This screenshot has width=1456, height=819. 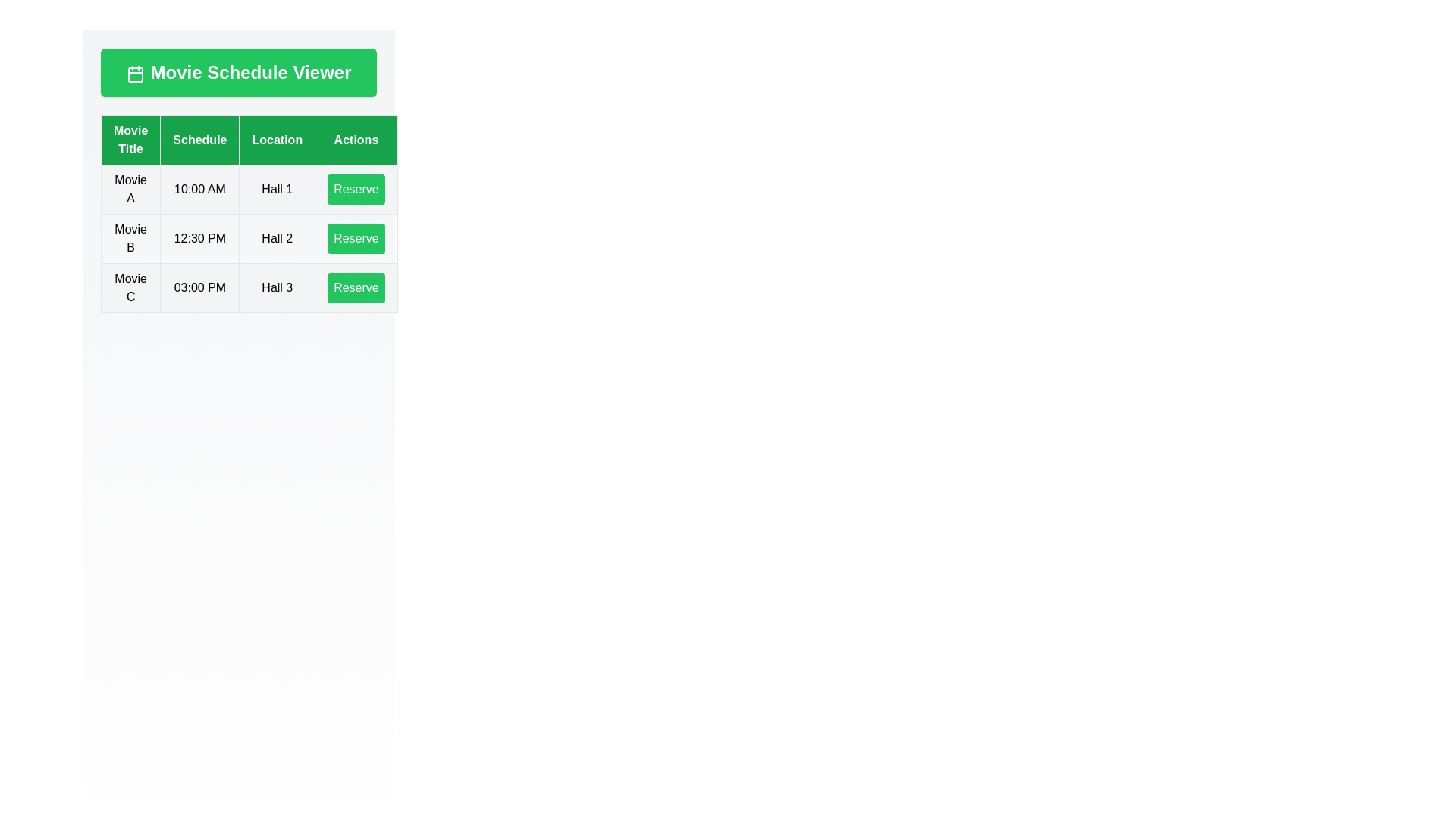 I want to click on the row corresponding to Movie B, so click(x=249, y=239).